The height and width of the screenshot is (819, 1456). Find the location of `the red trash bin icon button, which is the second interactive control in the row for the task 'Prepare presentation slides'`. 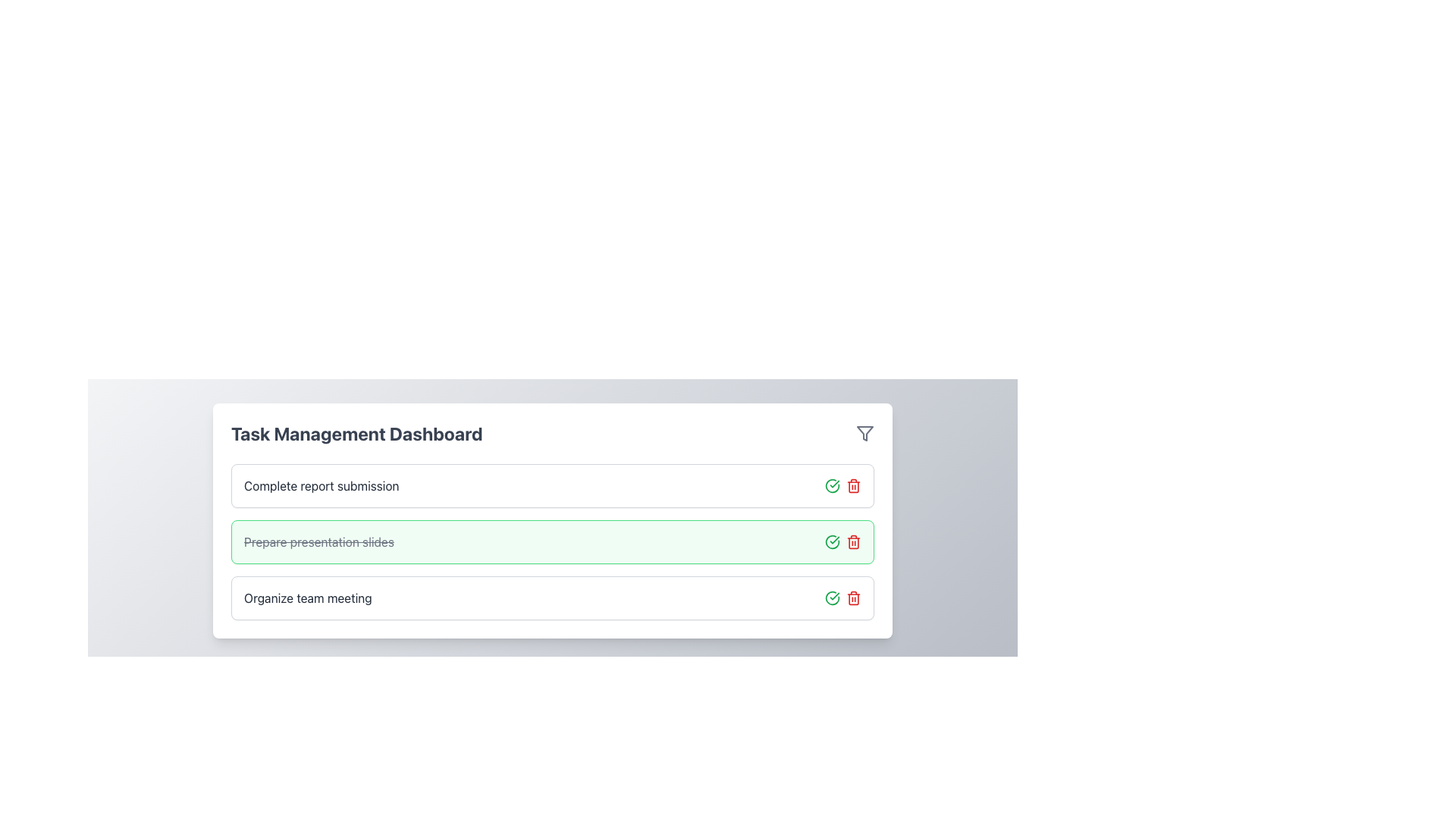

the red trash bin icon button, which is the second interactive control in the row for the task 'Prepare presentation slides' is located at coordinates (854, 485).